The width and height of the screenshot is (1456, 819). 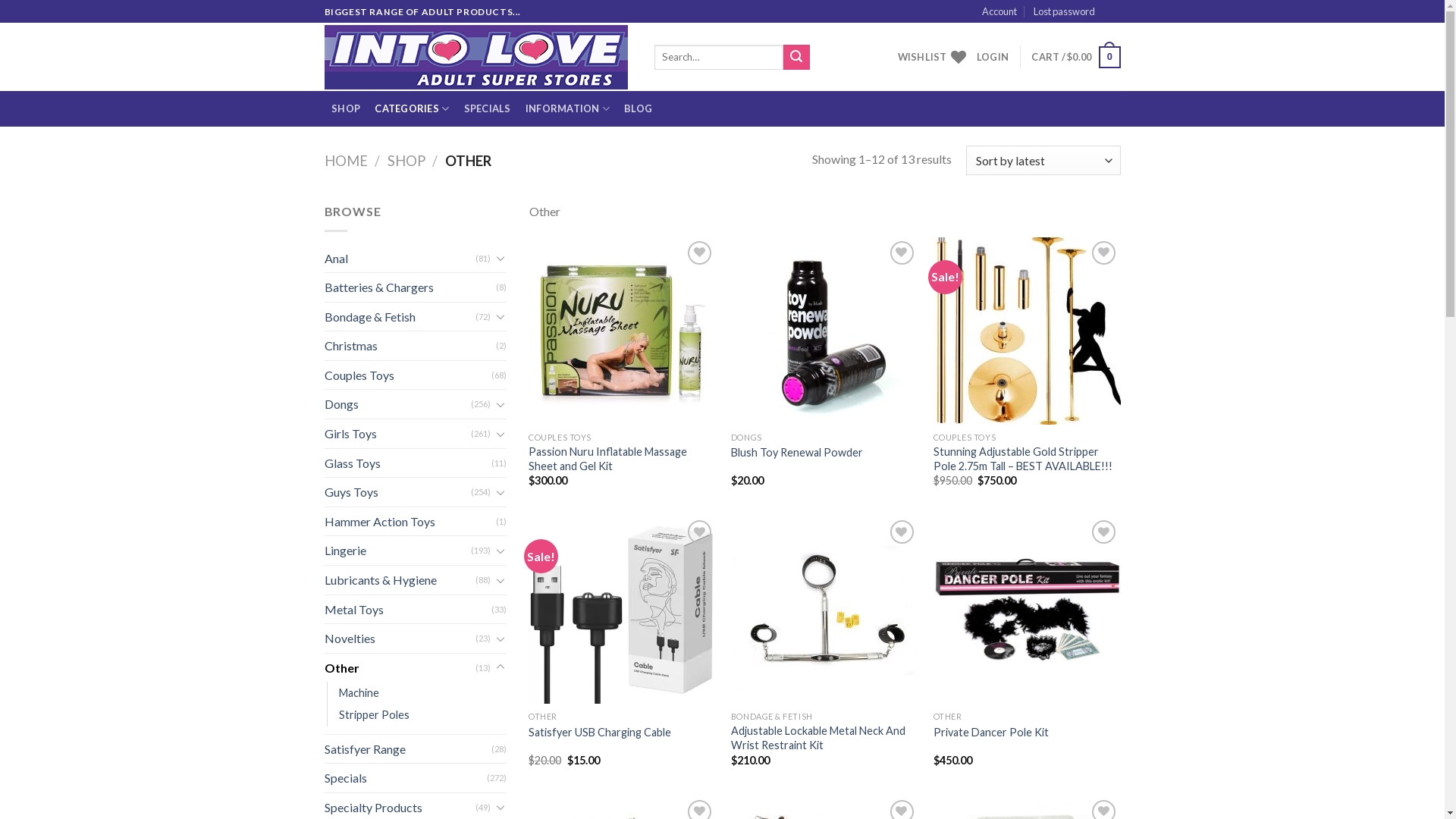 I want to click on 'Machine', so click(x=337, y=692).